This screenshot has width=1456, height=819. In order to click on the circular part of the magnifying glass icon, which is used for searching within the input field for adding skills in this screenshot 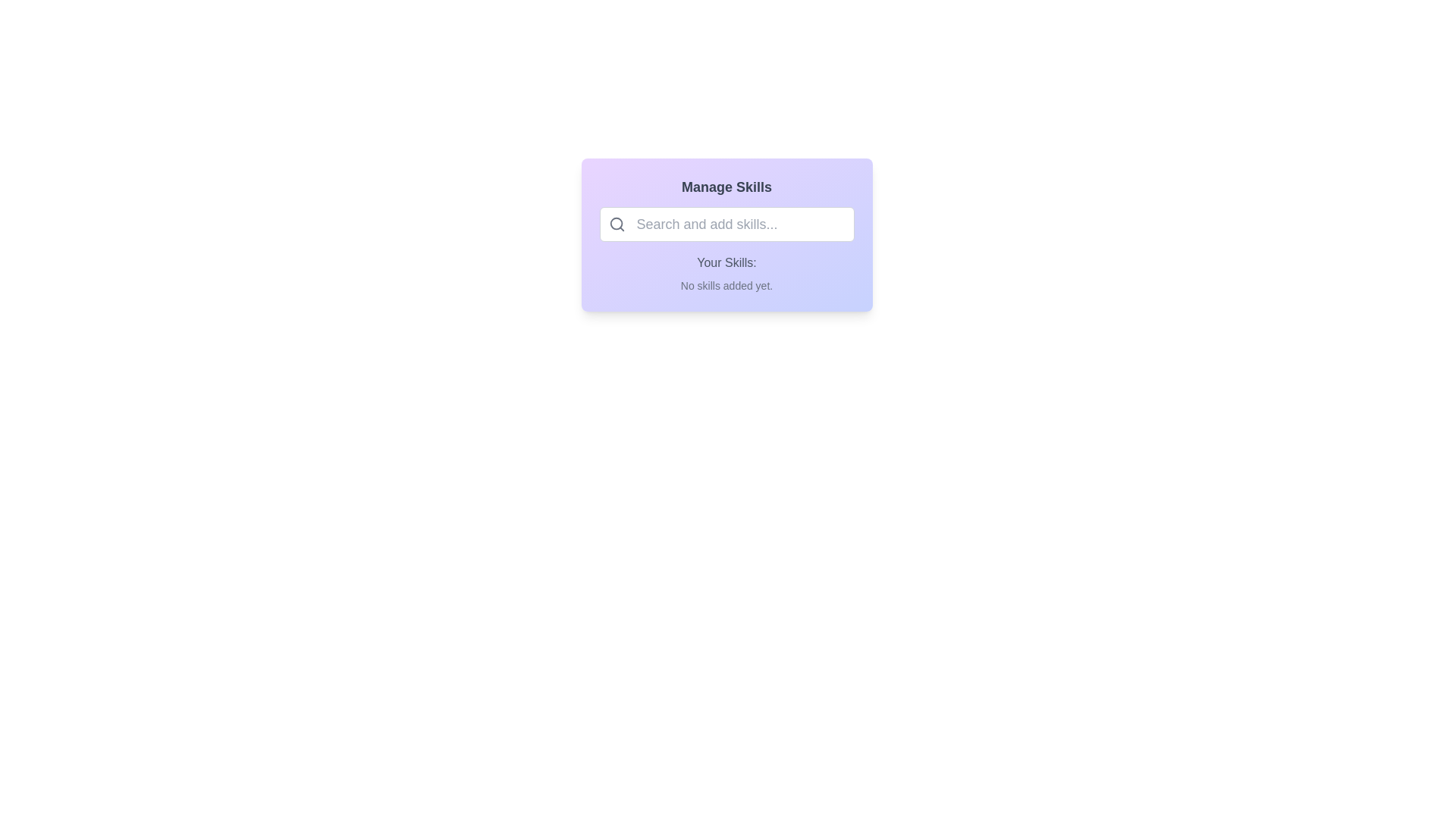, I will do `click(616, 224)`.